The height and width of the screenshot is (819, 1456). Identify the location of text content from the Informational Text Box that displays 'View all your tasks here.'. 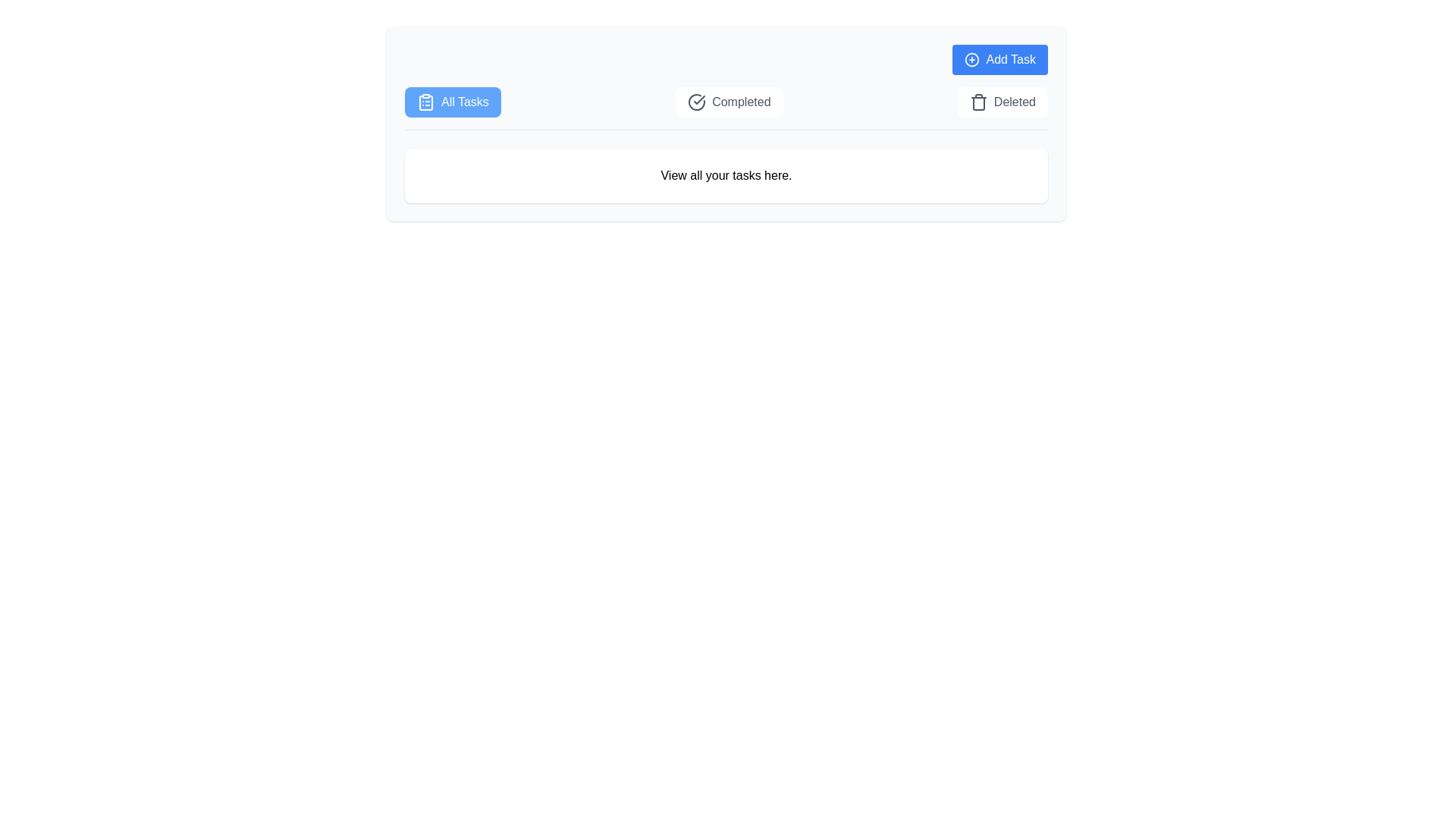
(726, 179).